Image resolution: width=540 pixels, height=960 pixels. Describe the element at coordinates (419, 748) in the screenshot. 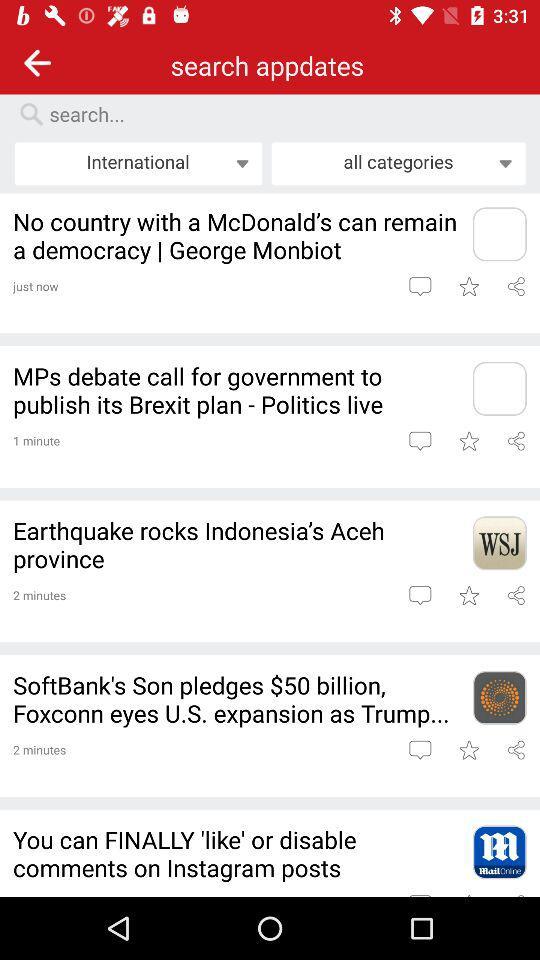

I see `open article comments comment on the article` at that location.